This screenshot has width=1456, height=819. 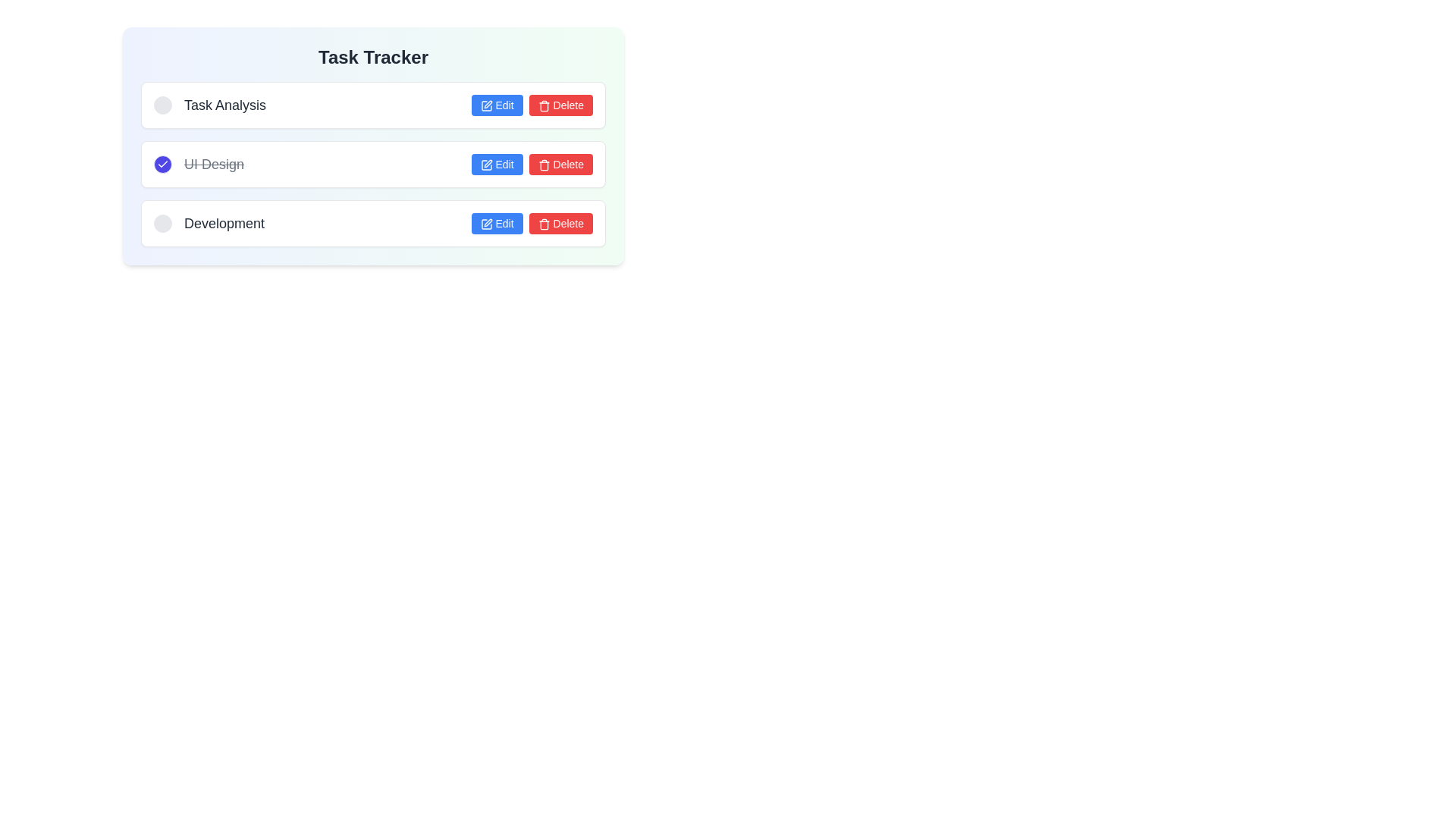 What do you see at coordinates (560, 164) in the screenshot?
I see `the 'Delete' button located to the right of the 'UI Design' task label in the second row of the task list widget` at bounding box center [560, 164].